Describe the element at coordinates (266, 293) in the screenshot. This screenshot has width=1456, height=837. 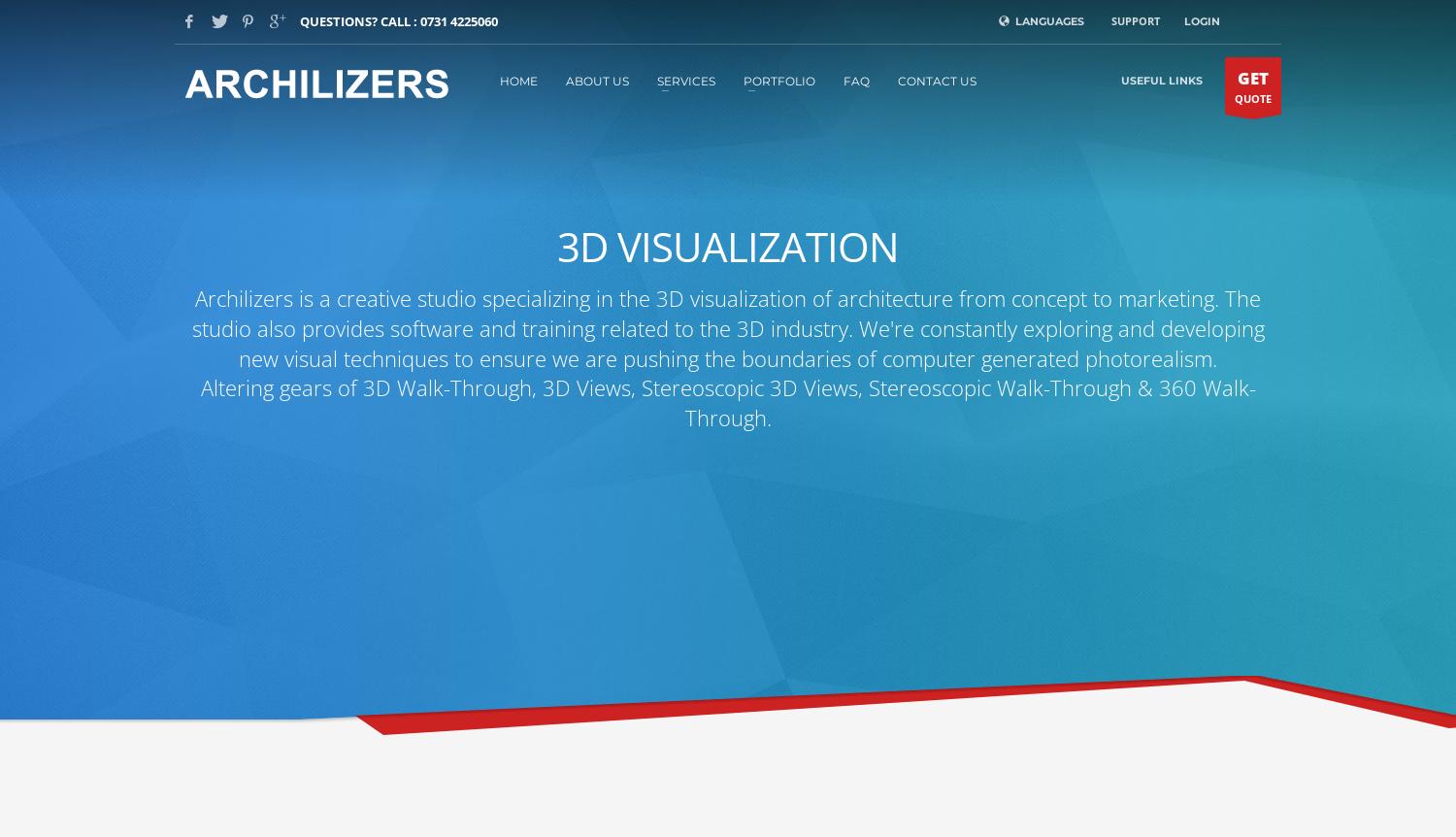
I see `'Archilizers, 3D & VR Production House.'` at that location.